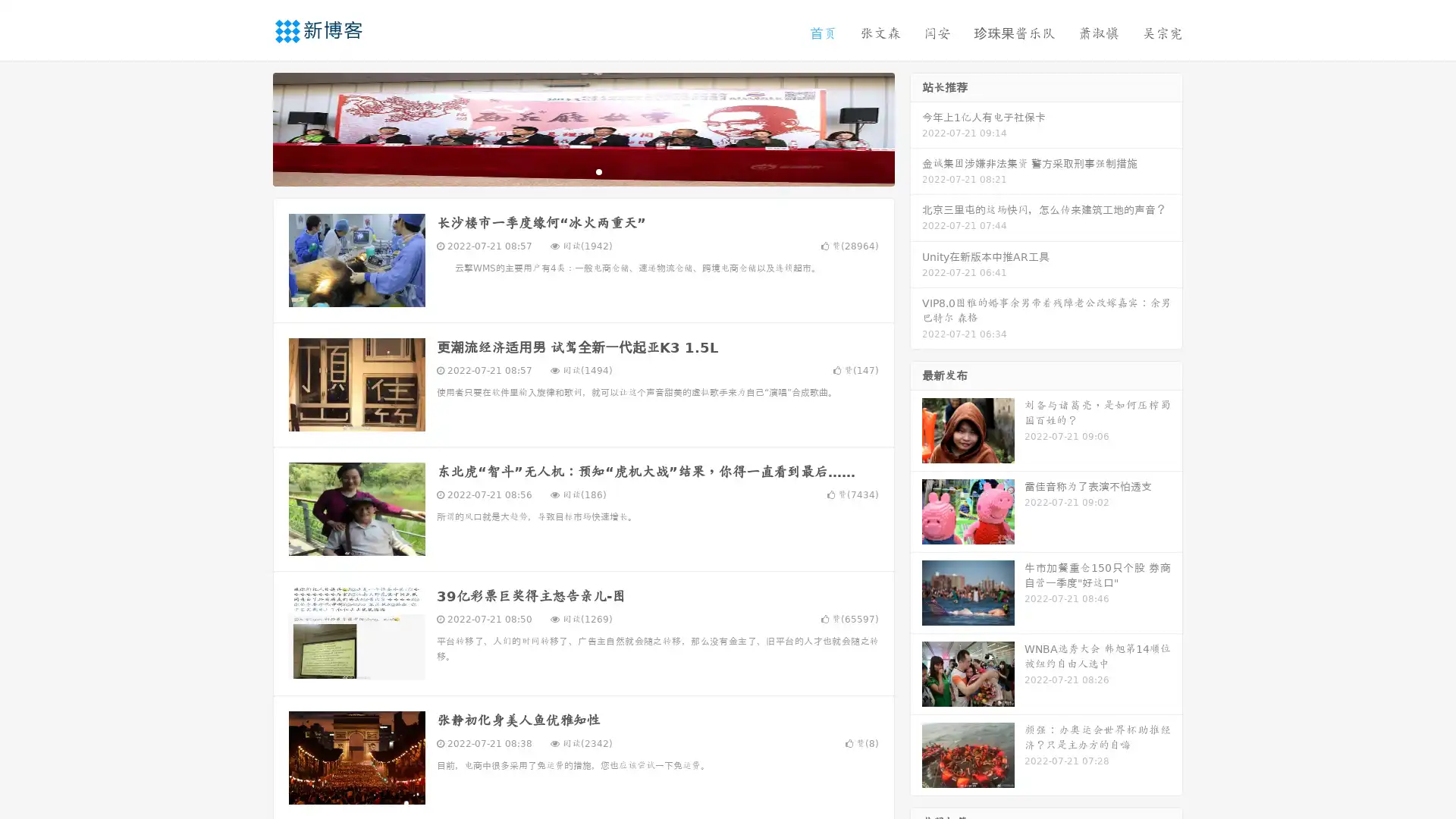  I want to click on Next slide, so click(916, 127).